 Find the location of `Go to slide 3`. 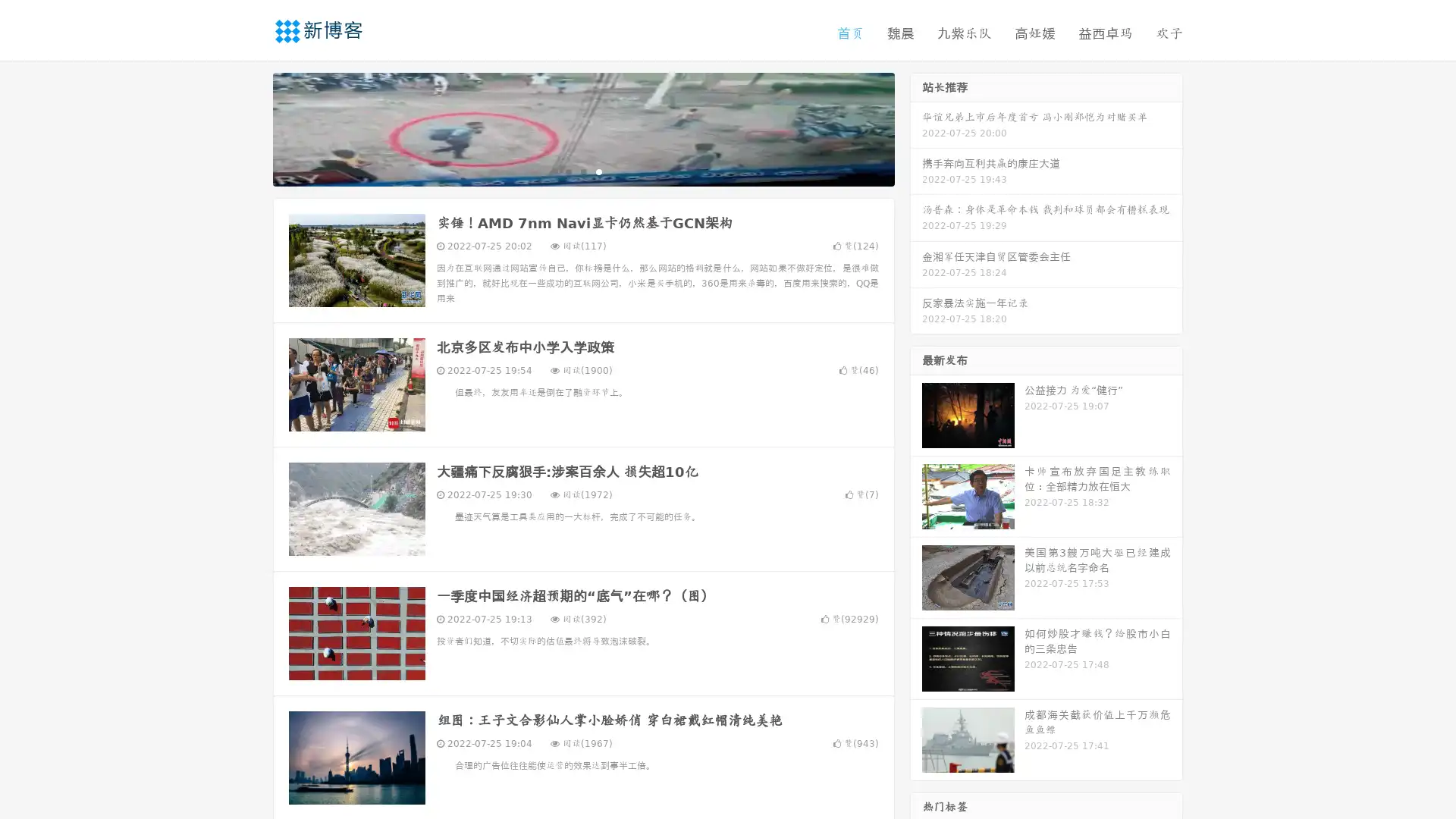

Go to slide 3 is located at coordinates (598, 171).